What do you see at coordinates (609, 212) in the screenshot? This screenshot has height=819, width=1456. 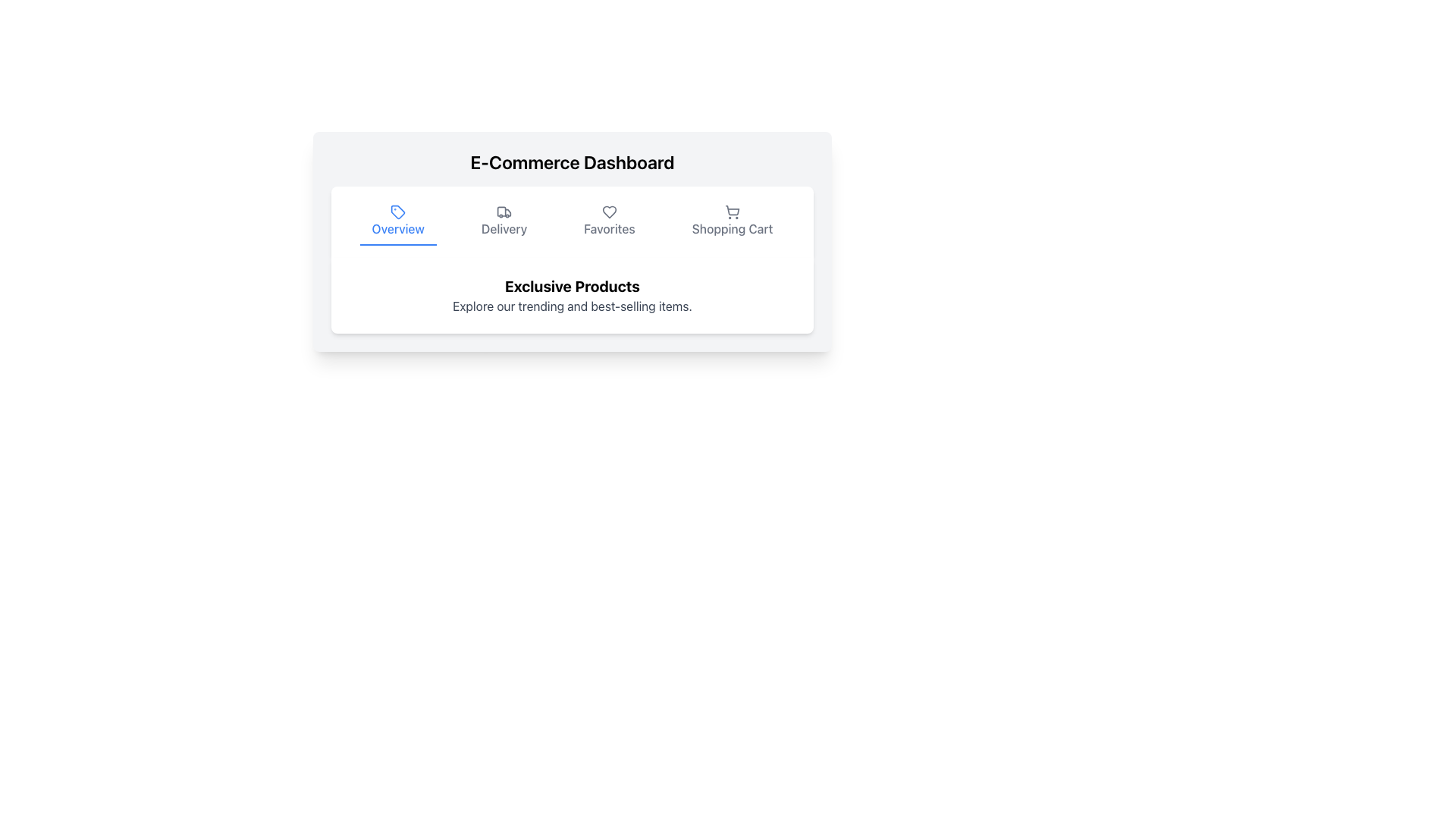 I see `the heart-shaped SVG icon located at the center of the 'Favorites' section in the navigation area` at bounding box center [609, 212].